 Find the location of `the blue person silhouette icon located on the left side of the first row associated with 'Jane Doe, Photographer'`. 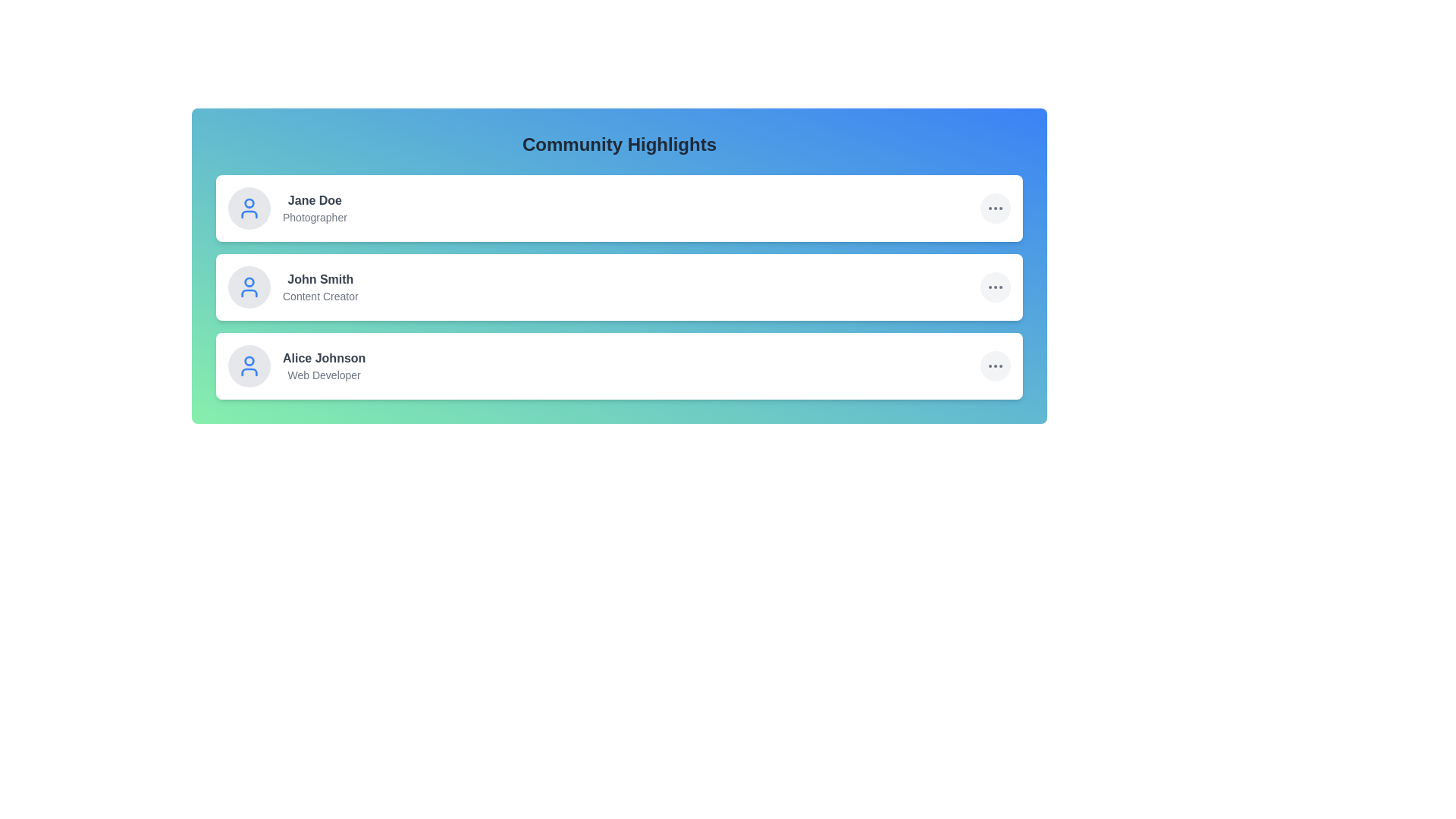

the blue person silhouette icon located on the left side of the first row associated with 'Jane Doe, Photographer' is located at coordinates (249, 208).